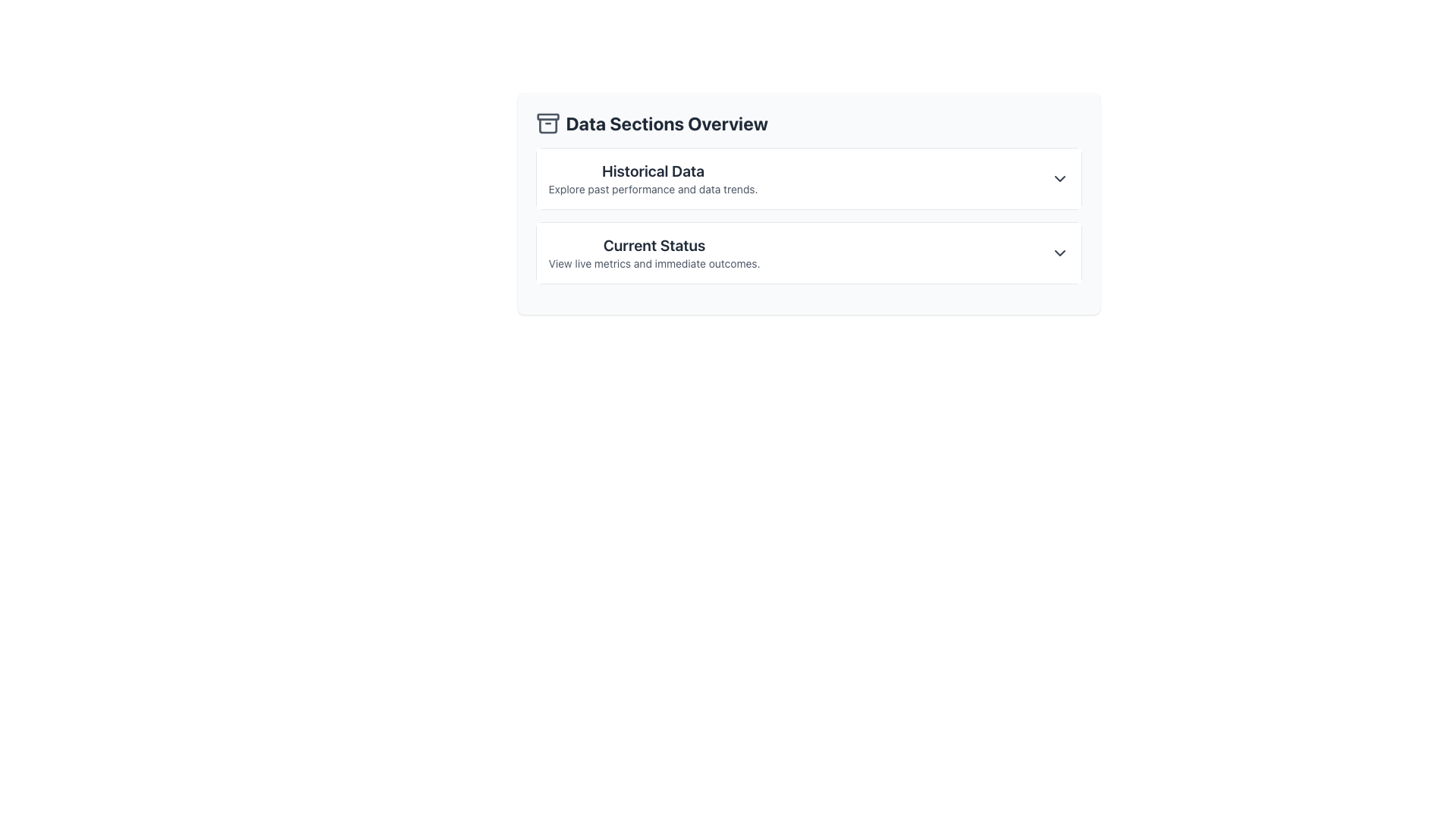 This screenshot has height=819, width=1456. Describe the element at coordinates (653, 177) in the screenshot. I see `the 'Historical Data' text block, which is a larger, bold title in dark gray` at that location.